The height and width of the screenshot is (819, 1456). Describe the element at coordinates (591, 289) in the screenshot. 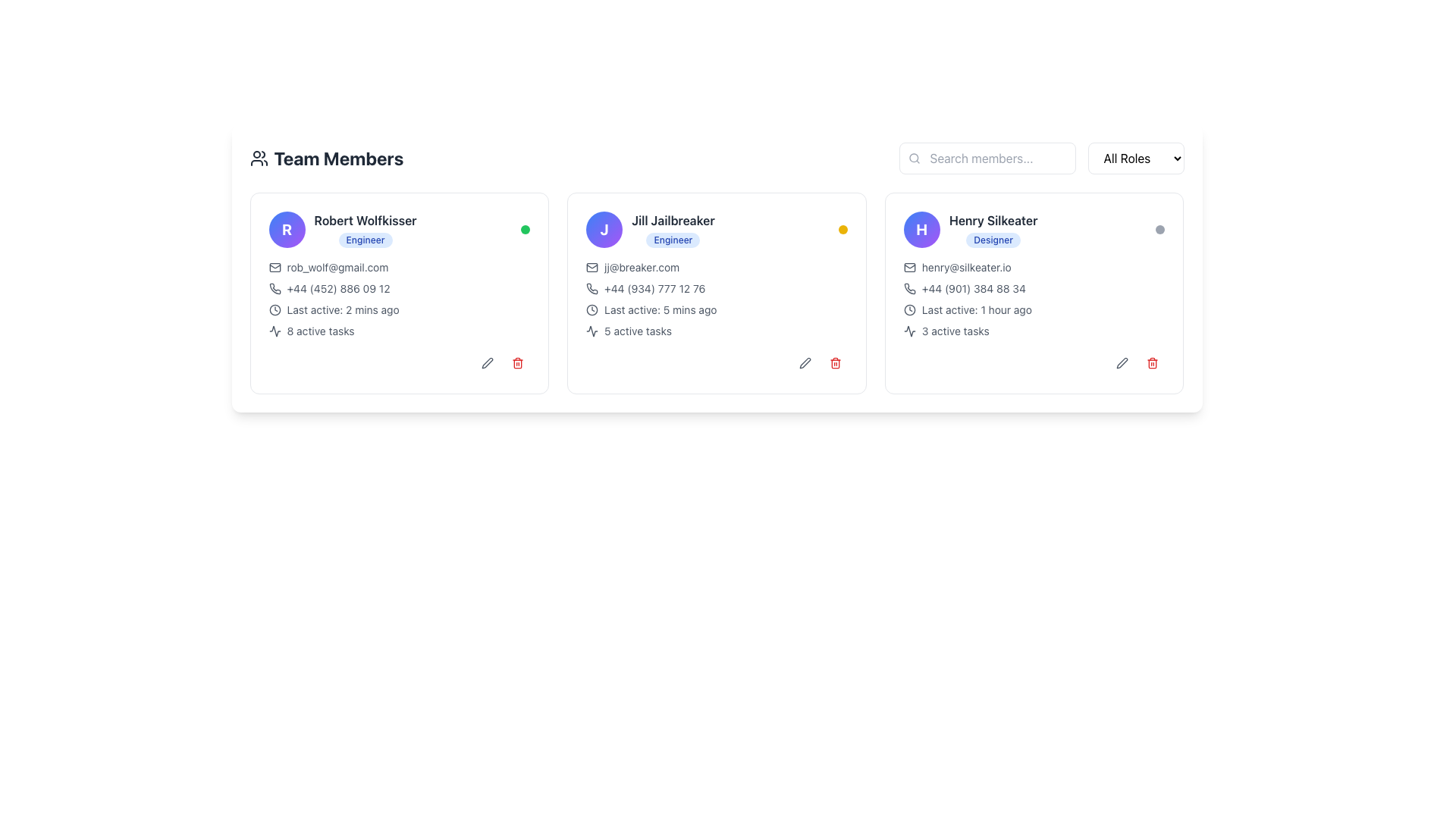

I see `the phone icon associated with 'Jill Jailbreaker' to initiate a call action` at that location.